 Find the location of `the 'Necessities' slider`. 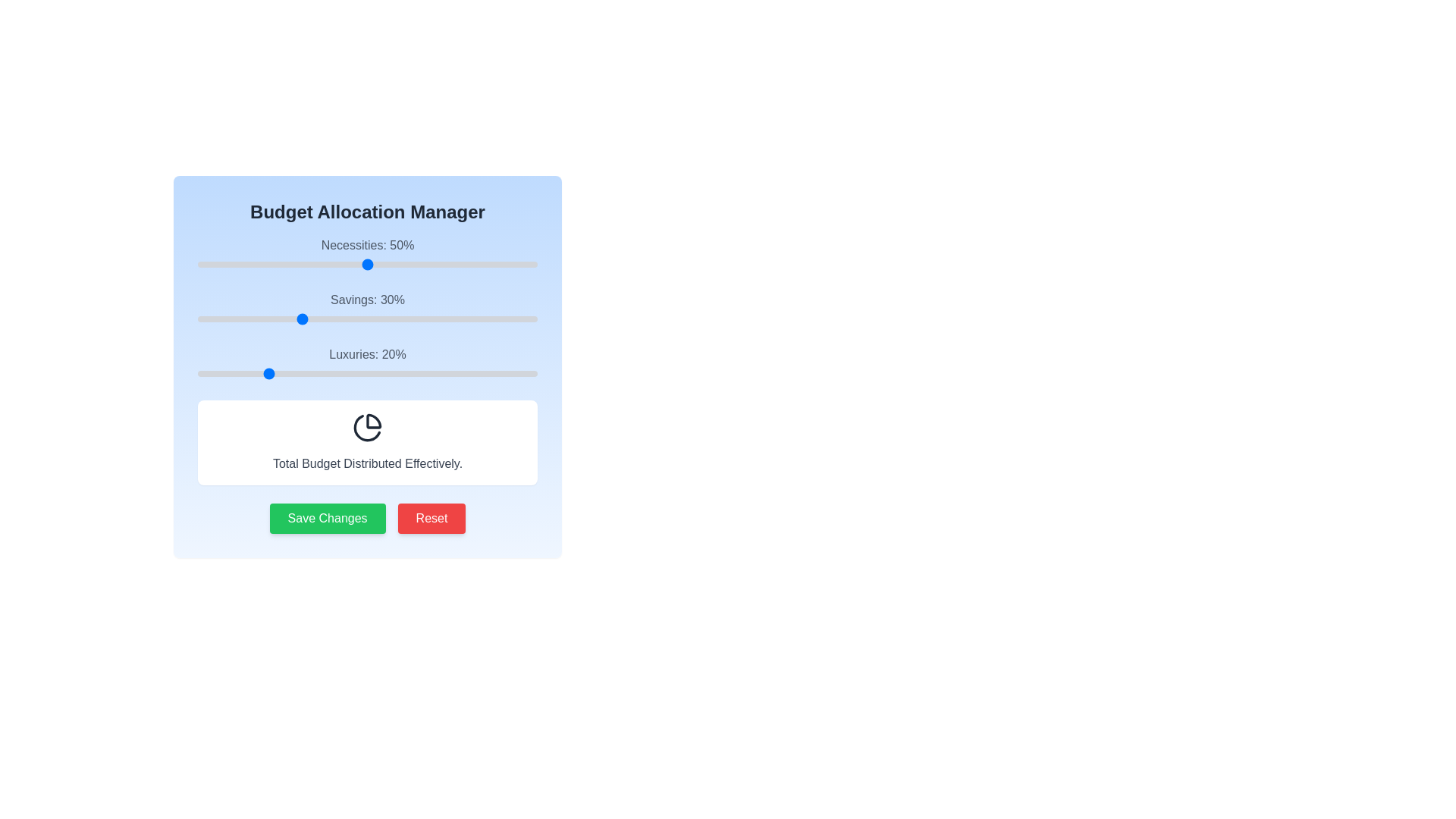

the 'Necessities' slider is located at coordinates (241, 263).